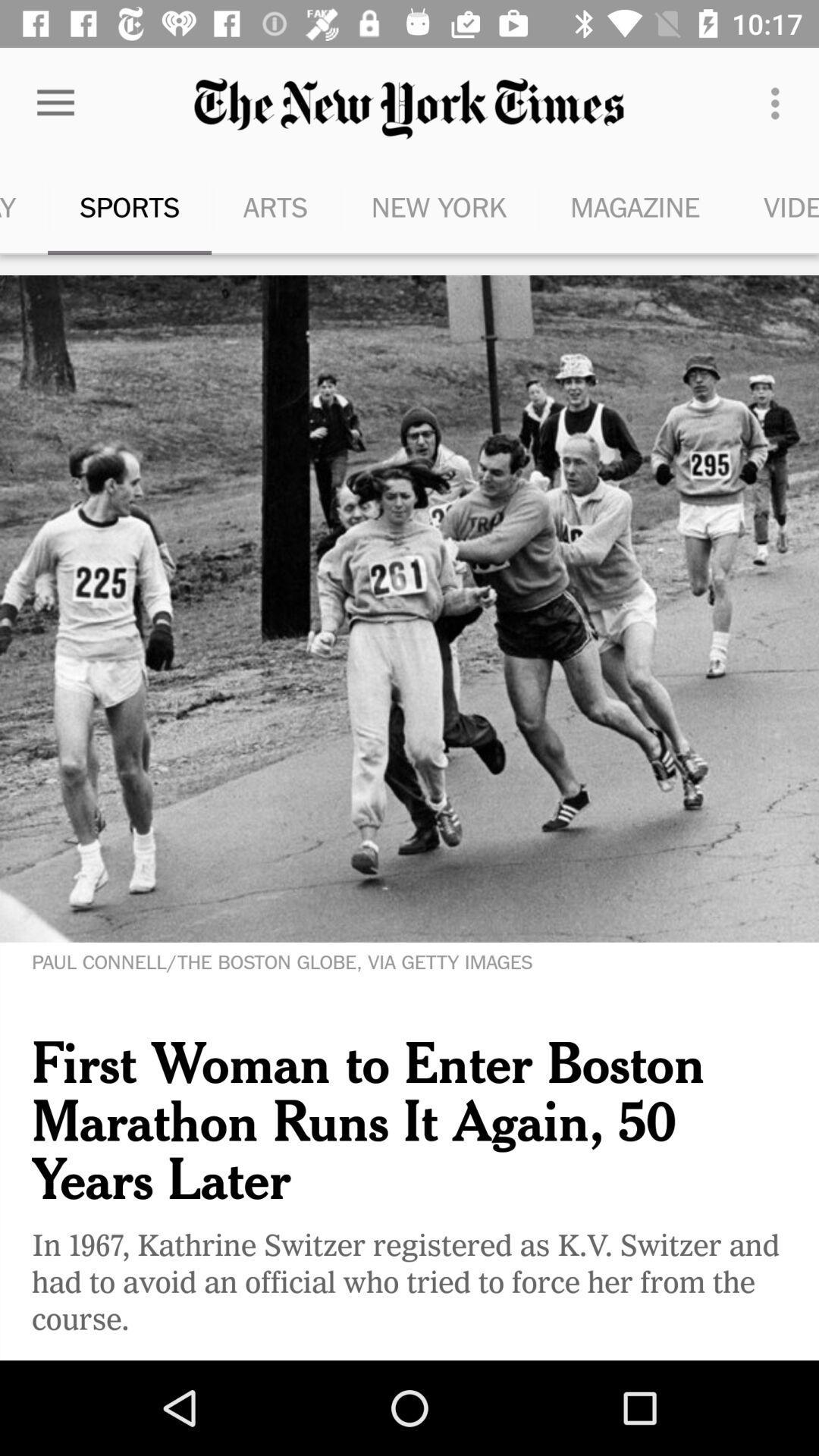 This screenshot has height=1456, width=819. Describe the element at coordinates (775, 206) in the screenshot. I see `the video` at that location.